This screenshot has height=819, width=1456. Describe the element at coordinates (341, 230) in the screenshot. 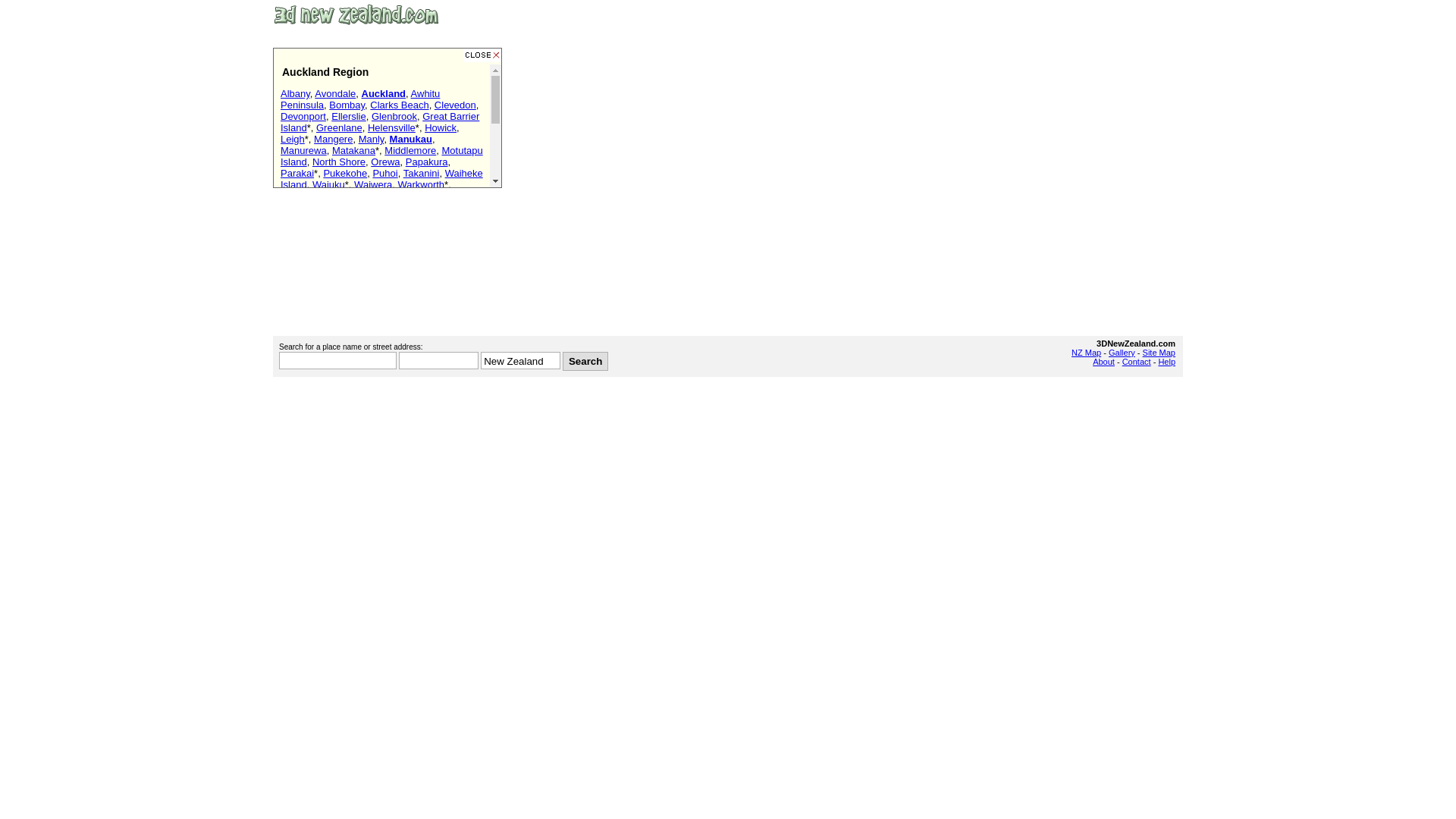

I see `'Rainbow's End'` at that location.